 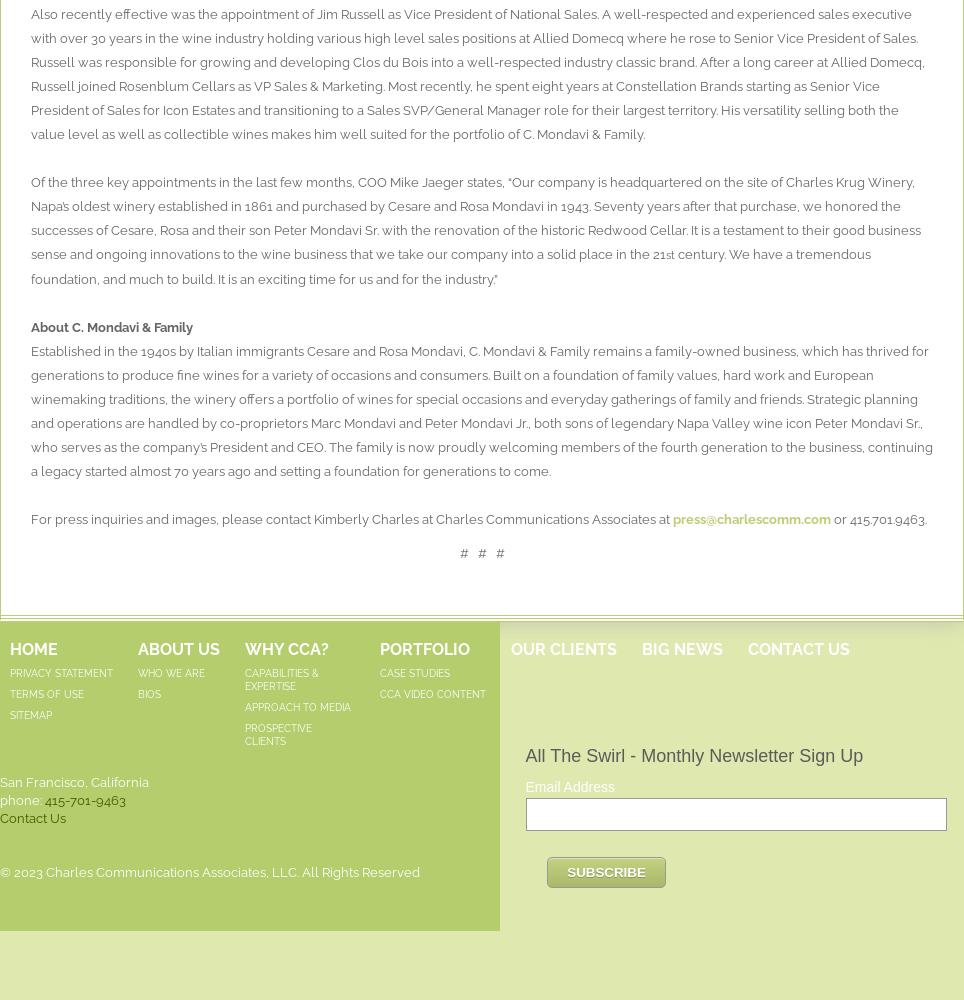 What do you see at coordinates (563, 648) in the screenshot?
I see `'Our Clients'` at bounding box center [563, 648].